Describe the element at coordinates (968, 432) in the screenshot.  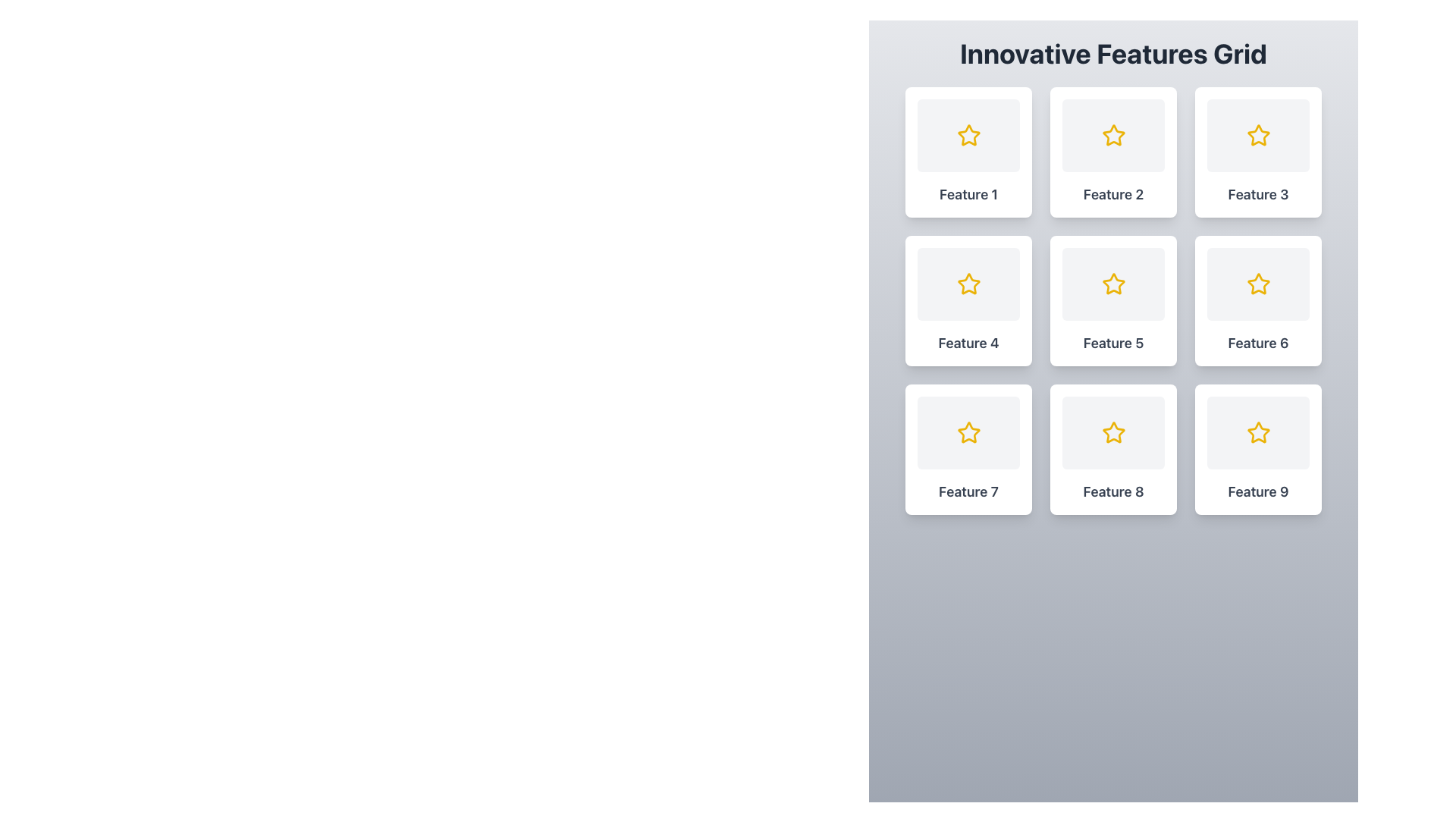
I see `the star icon located in the seventh position of a 3x3 grid layout` at that location.